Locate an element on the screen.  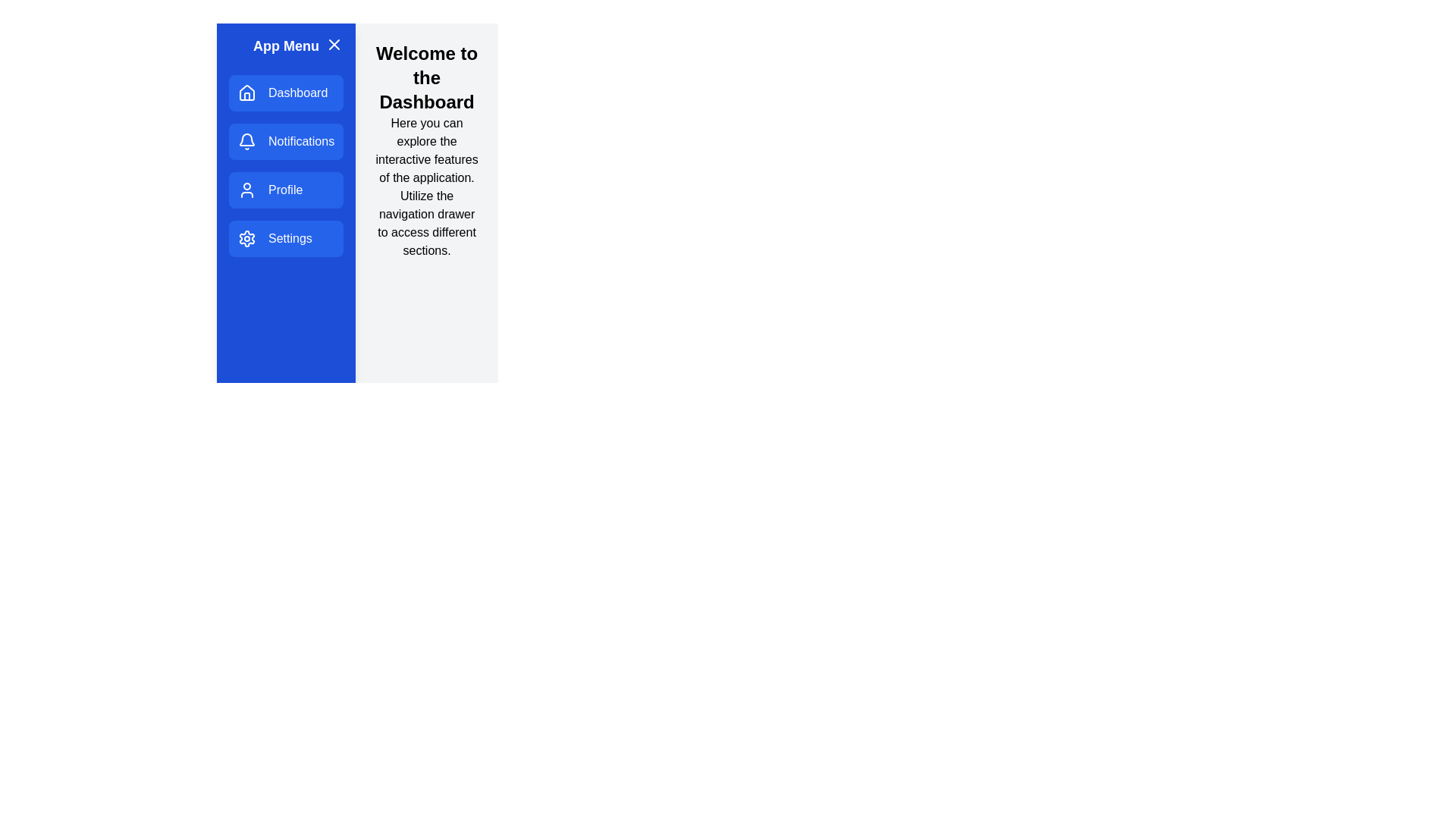
the 'Profile' text label in the left navigation menu, which is styled with a white font on a blue background and is located between 'Notifications' and 'Settings' is located at coordinates (285, 189).